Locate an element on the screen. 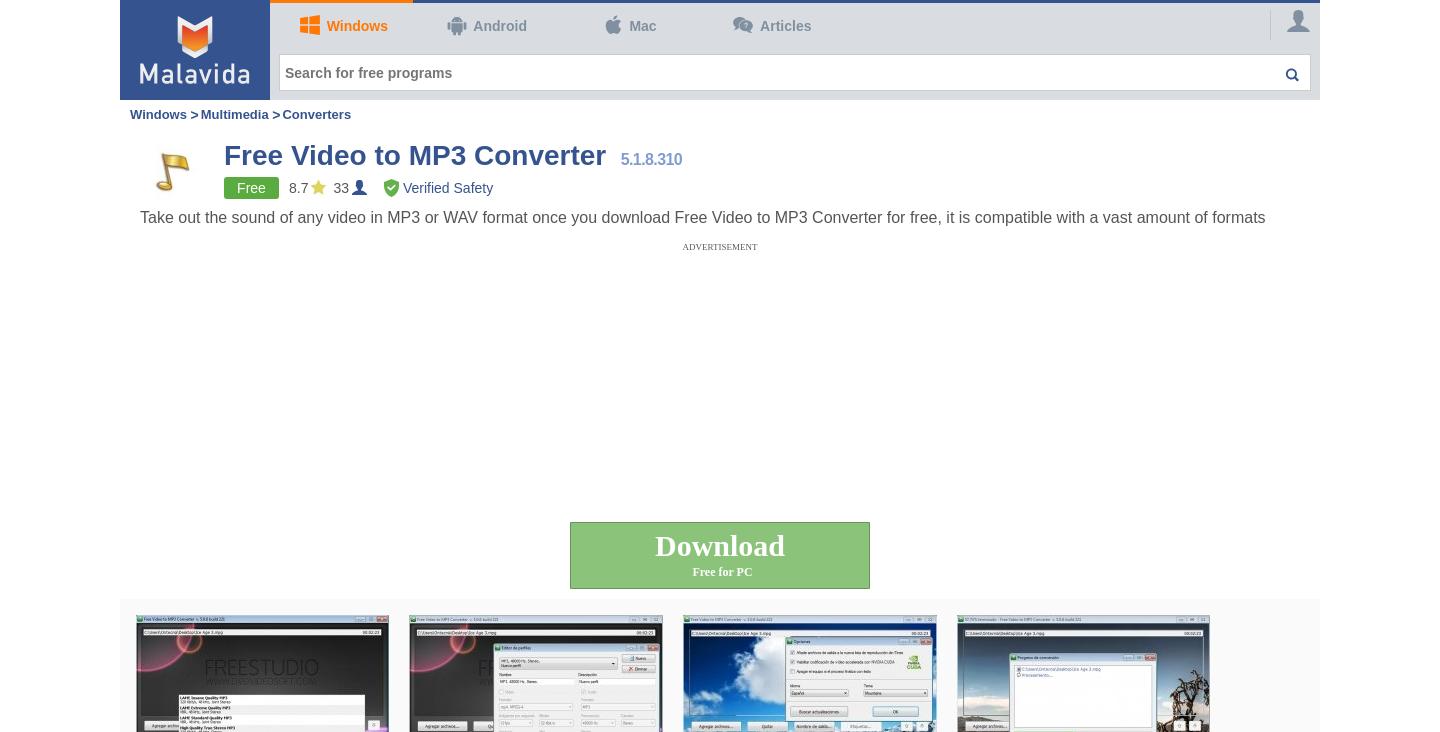 Image resolution: width=1440 pixels, height=732 pixels. '5.1.8.310' is located at coordinates (650, 159).